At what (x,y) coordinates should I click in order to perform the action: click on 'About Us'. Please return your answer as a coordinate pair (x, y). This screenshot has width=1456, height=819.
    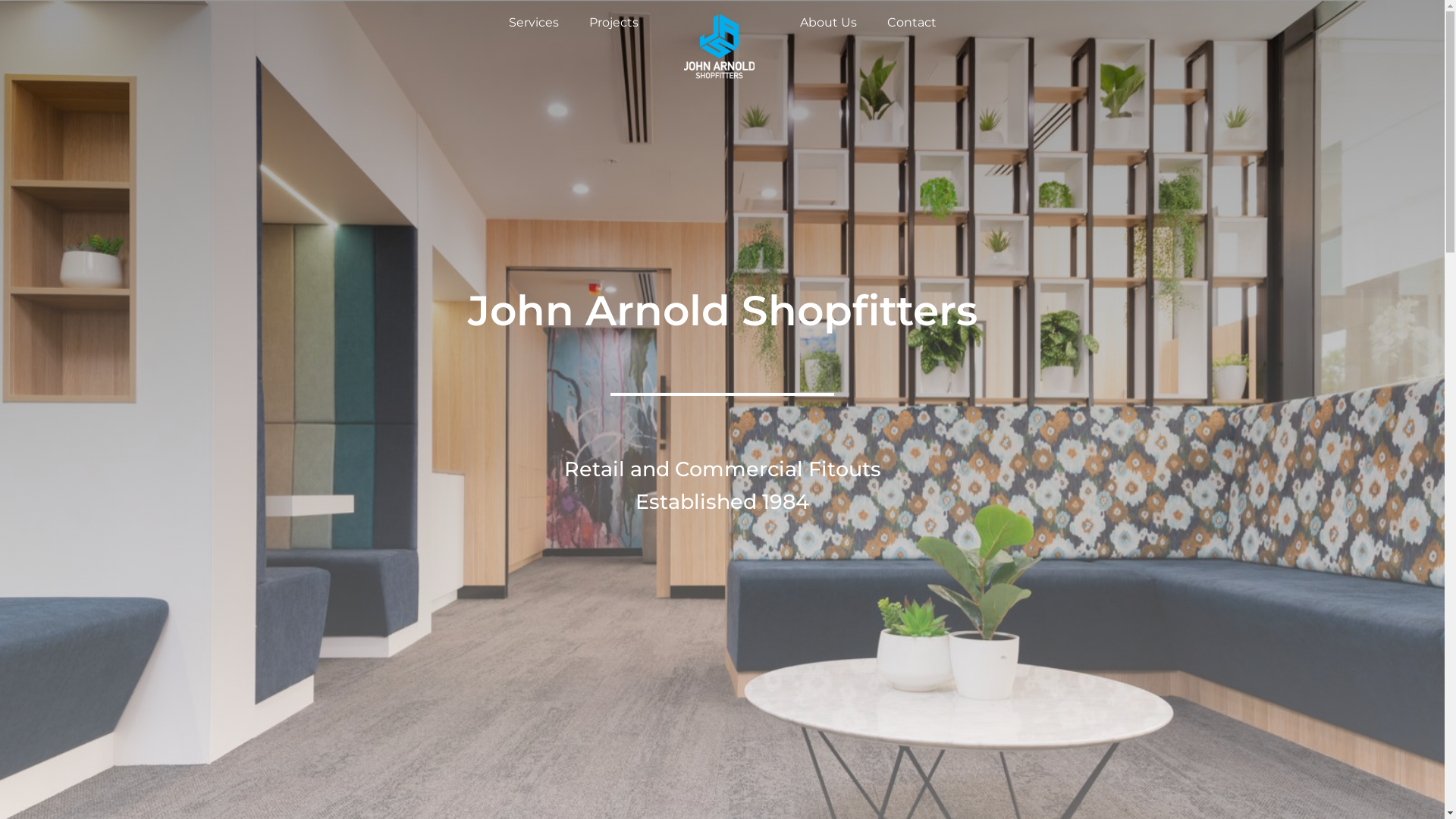
    Looking at the image, I should click on (795, 23).